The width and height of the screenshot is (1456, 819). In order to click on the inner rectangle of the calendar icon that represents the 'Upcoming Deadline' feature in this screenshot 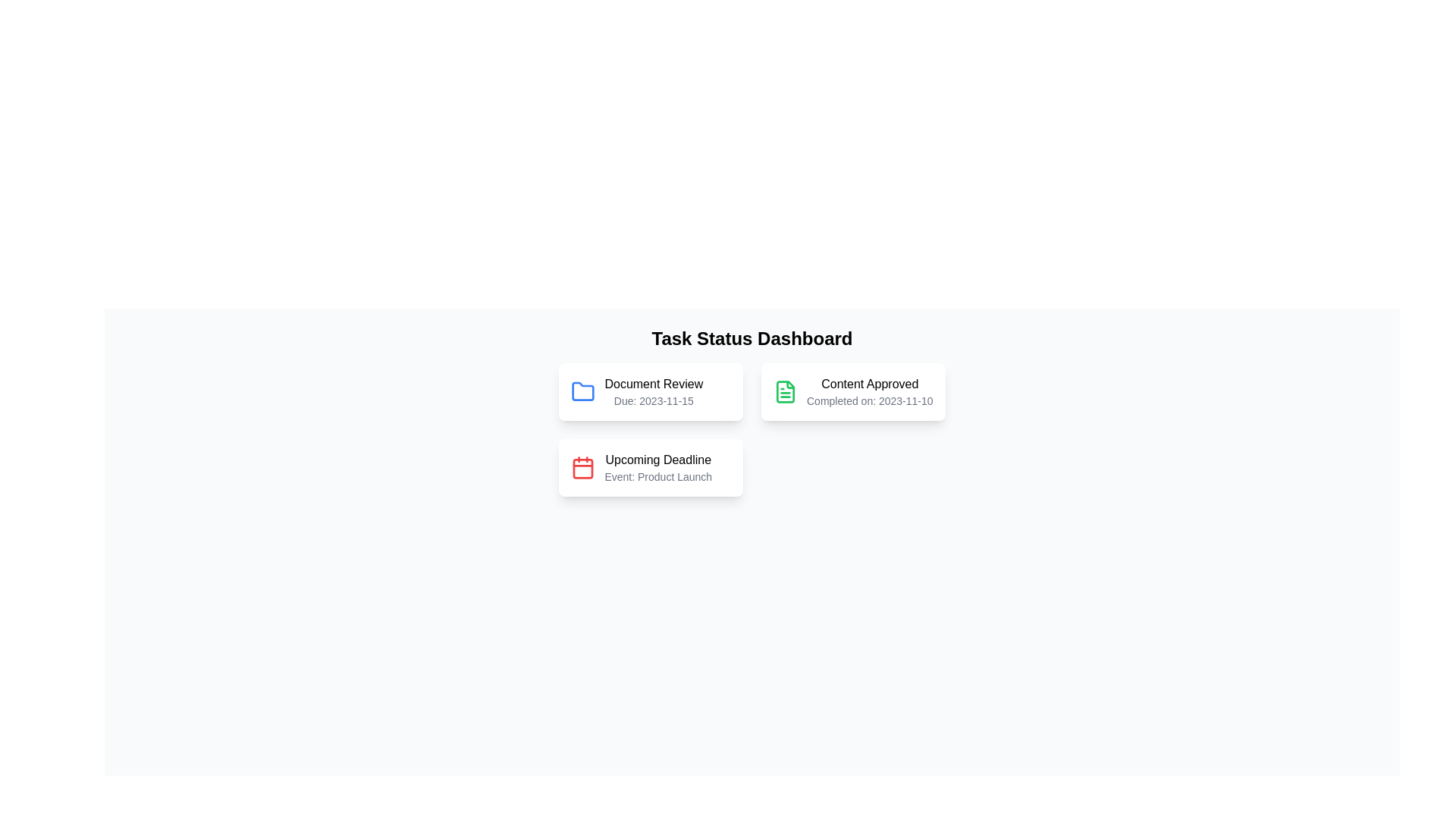, I will do `click(582, 468)`.